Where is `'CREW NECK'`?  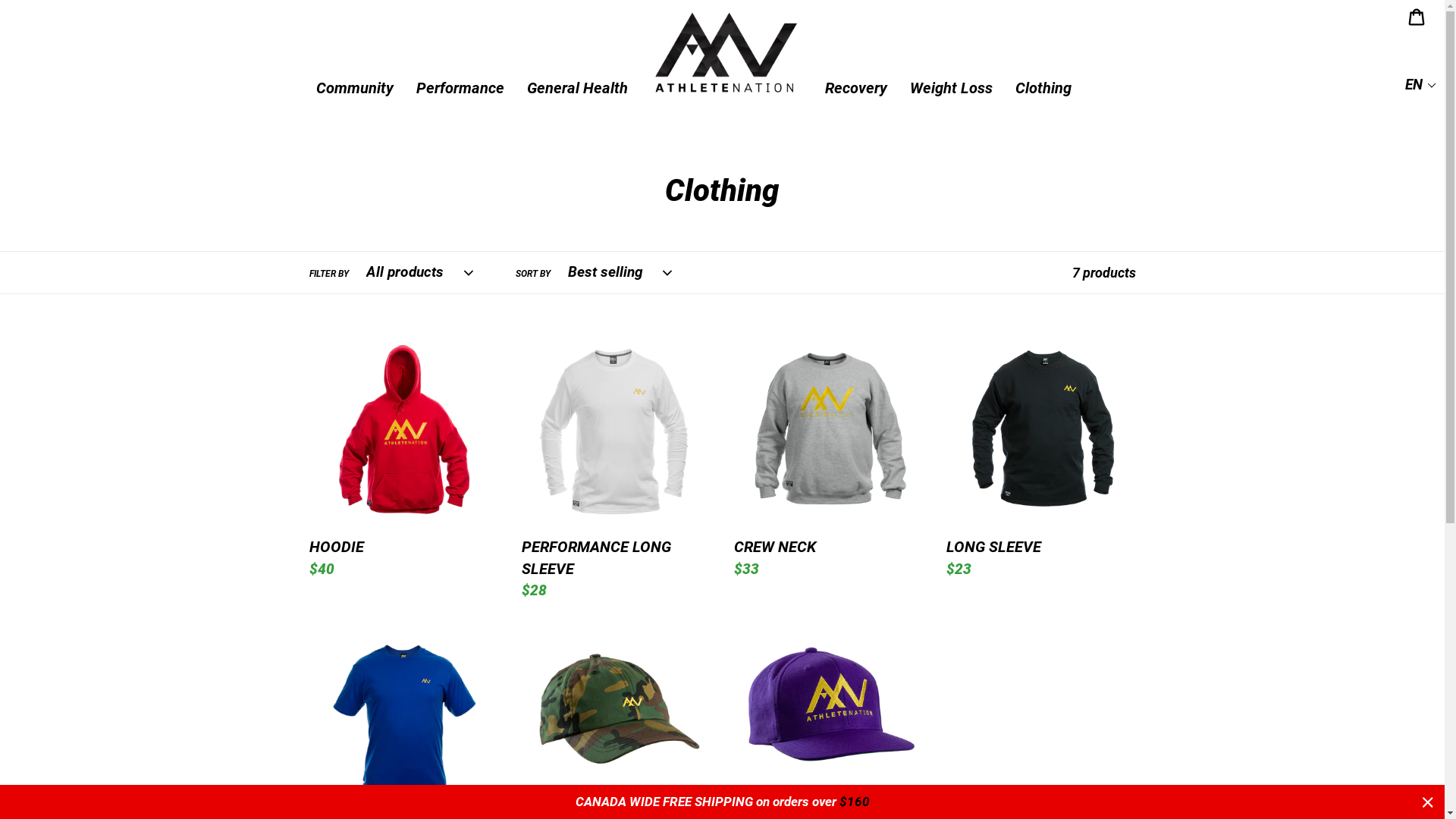 'CREW NECK' is located at coordinates (828, 457).